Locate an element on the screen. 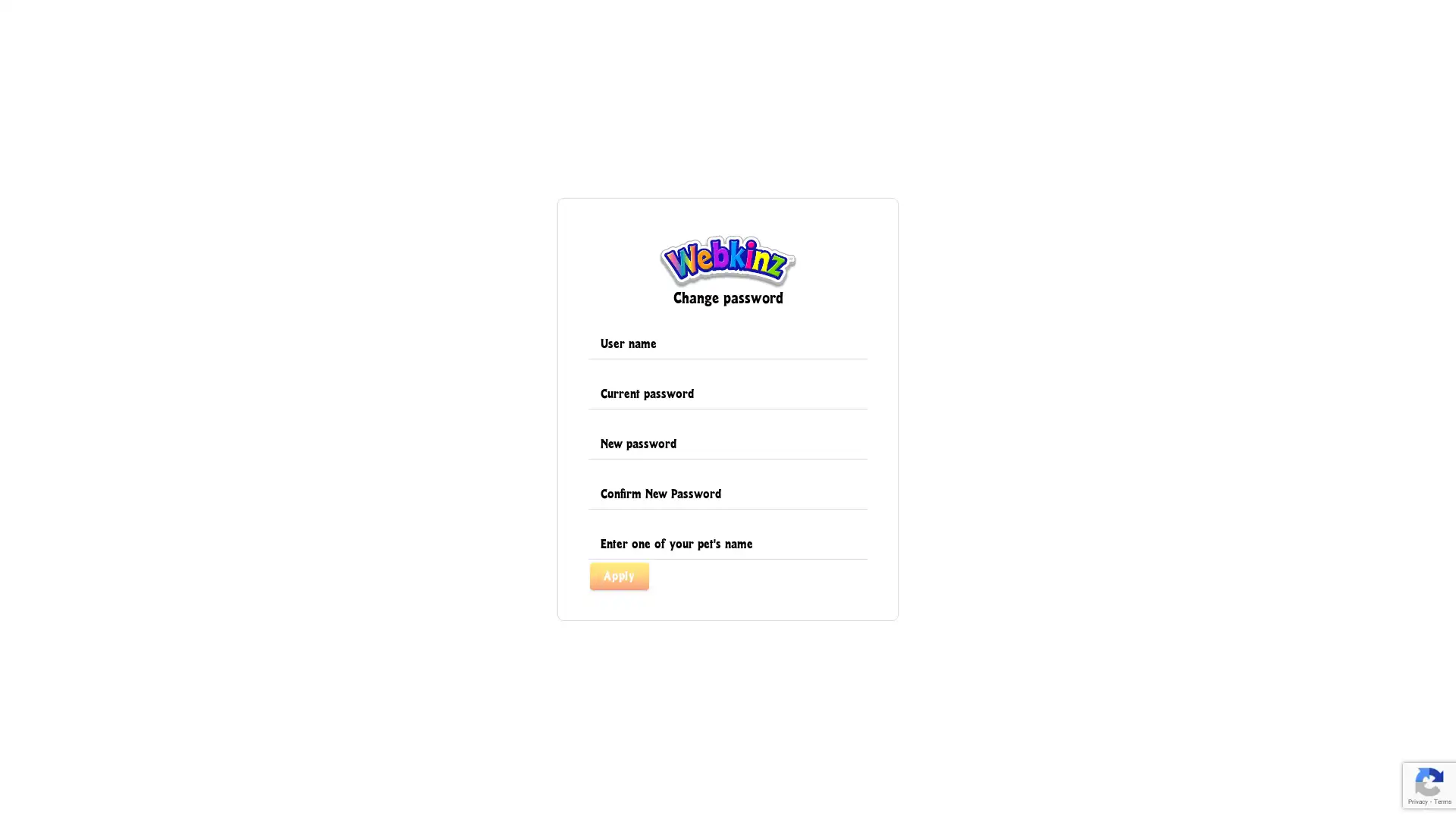 The width and height of the screenshot is (1456, 819). Apply is located at coordinates (619, 576).